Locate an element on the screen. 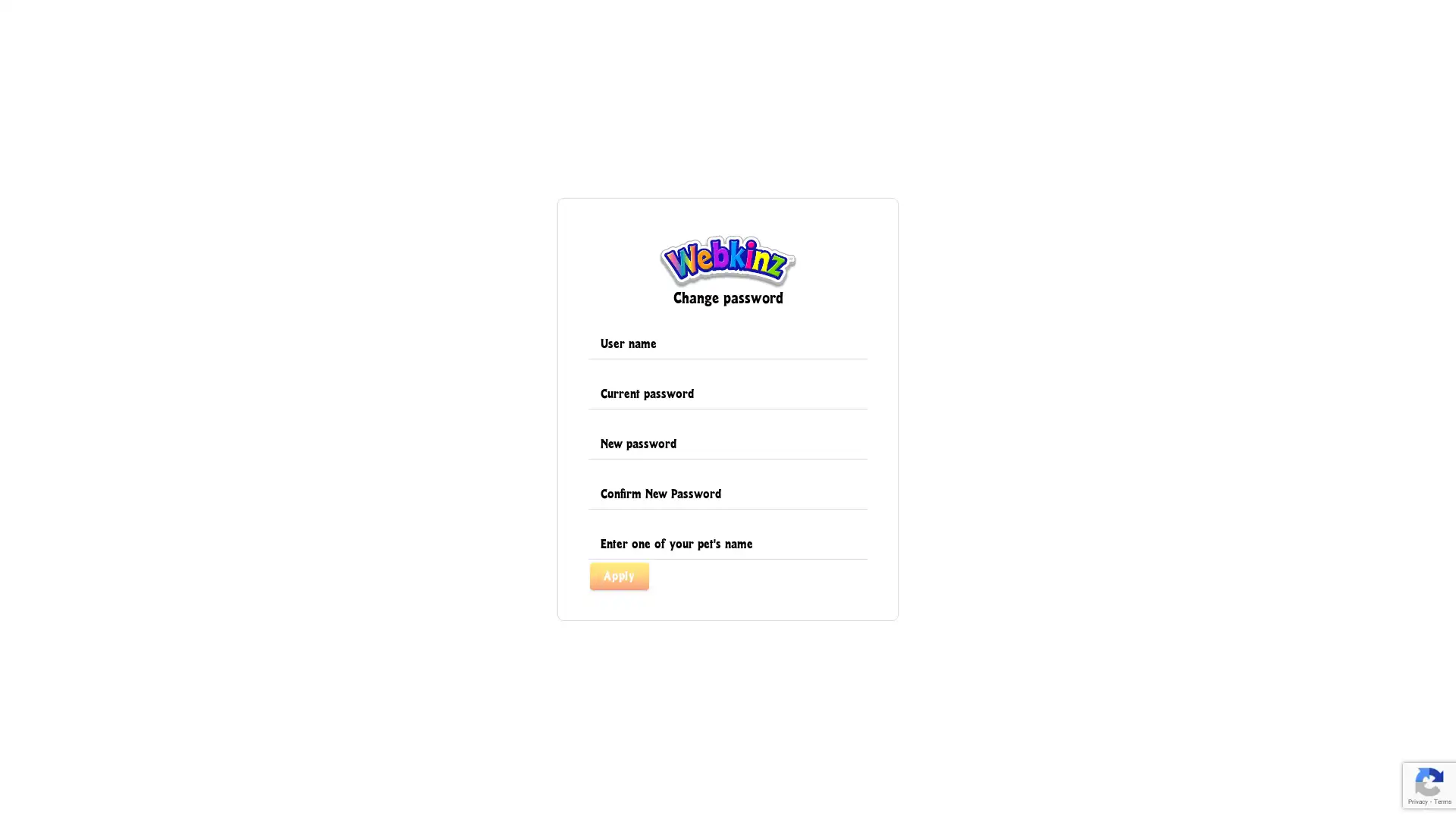 The width and height of the screenshot is (1456, 819). Apply is located at coordinates (619, 576).